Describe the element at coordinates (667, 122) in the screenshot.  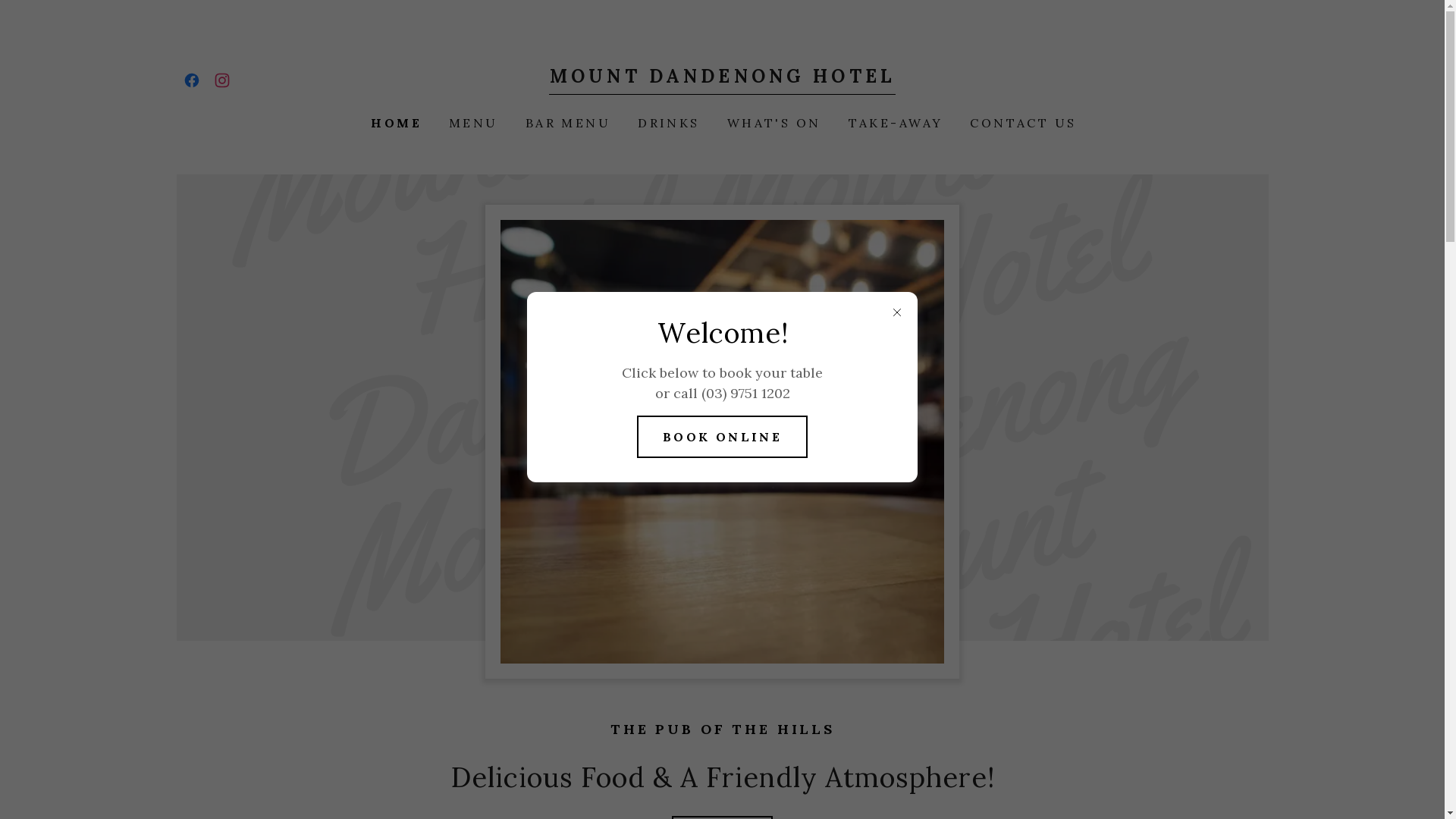
I see `'DRINKS'` at that location.